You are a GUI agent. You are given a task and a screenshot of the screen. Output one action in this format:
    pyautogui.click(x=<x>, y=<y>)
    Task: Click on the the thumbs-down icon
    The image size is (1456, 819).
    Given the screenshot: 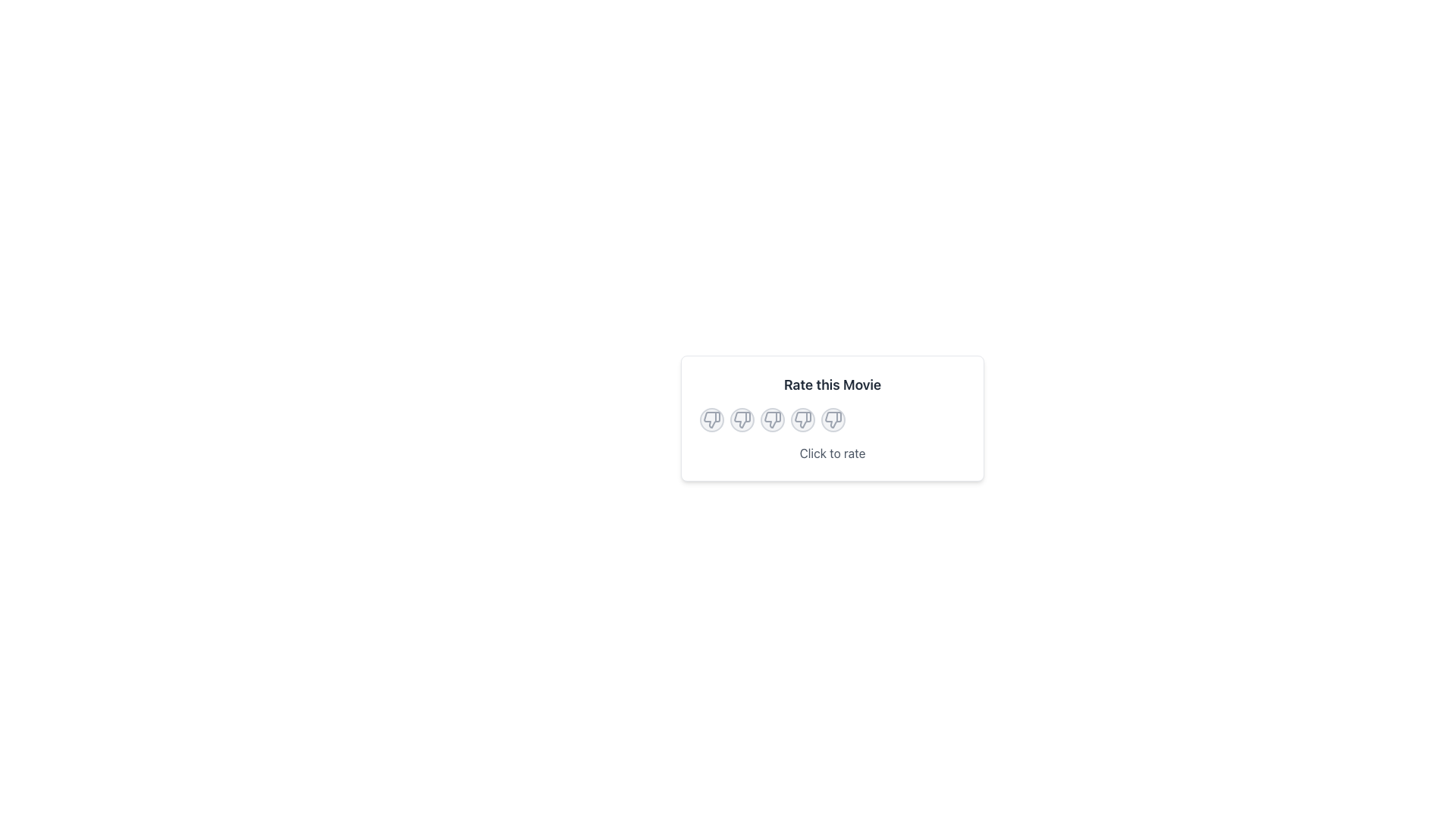 What is the action you would take?
    pyautogui.click(x=802, y=420)
    